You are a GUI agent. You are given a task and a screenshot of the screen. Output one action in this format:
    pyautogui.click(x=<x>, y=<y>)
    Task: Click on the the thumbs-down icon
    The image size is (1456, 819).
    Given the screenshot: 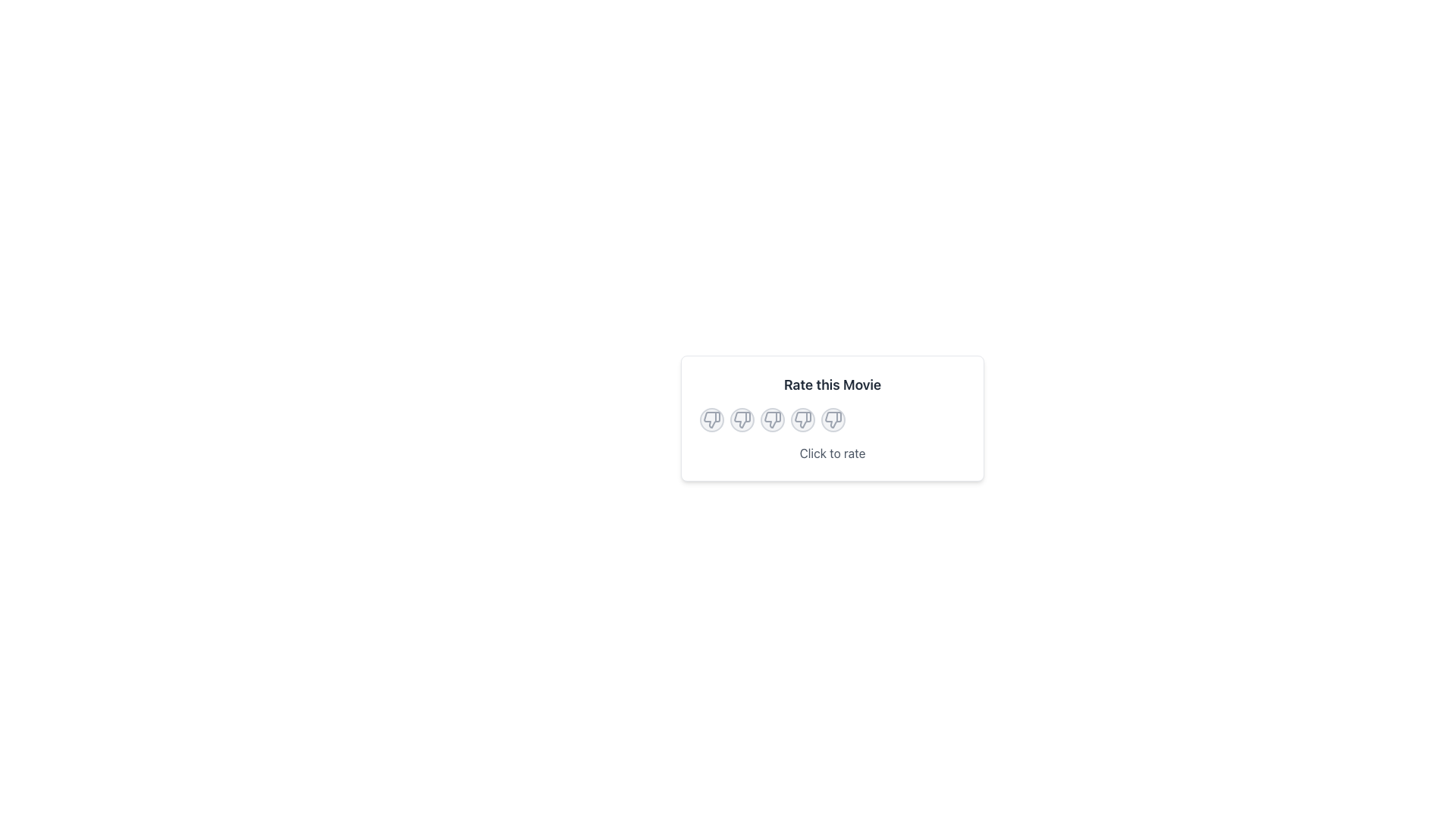 What is the action you would take?
    pyautogui.click(x=802, y=420)
    